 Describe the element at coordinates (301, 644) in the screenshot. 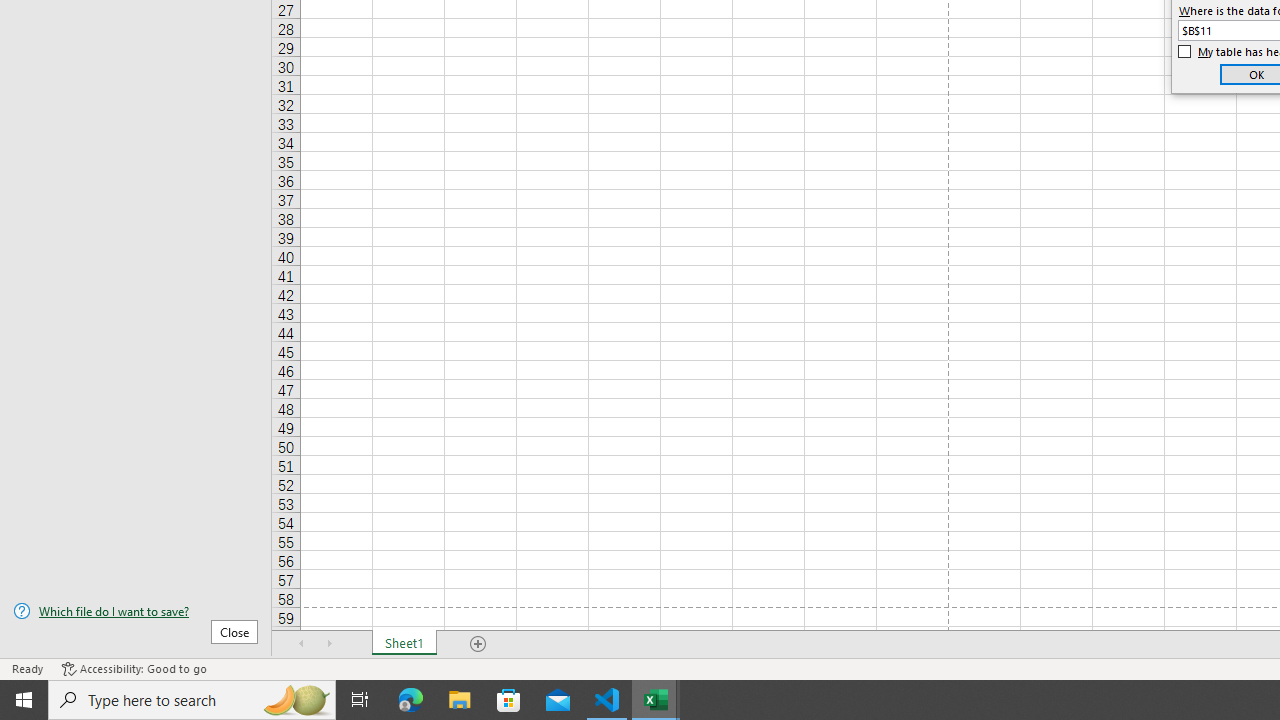

I see `'Scroll Left'` at that location.